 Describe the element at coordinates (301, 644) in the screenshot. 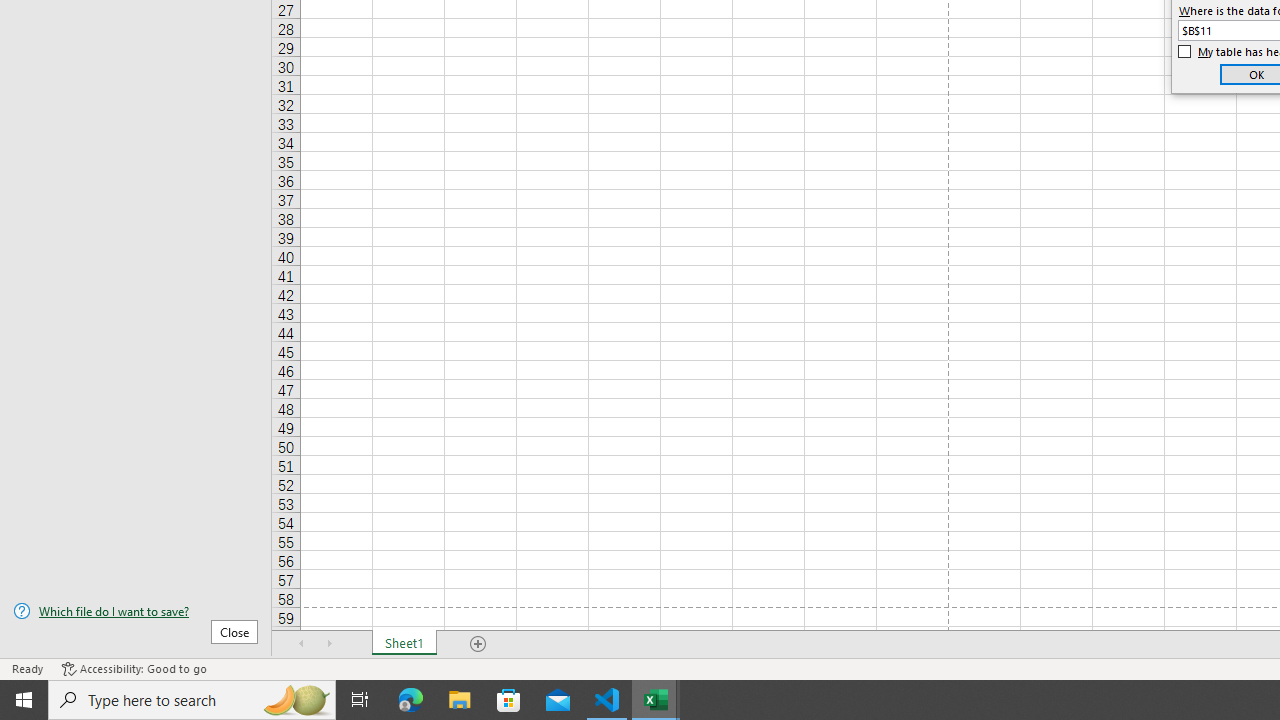

I see `'Scroll Left'` at that location.